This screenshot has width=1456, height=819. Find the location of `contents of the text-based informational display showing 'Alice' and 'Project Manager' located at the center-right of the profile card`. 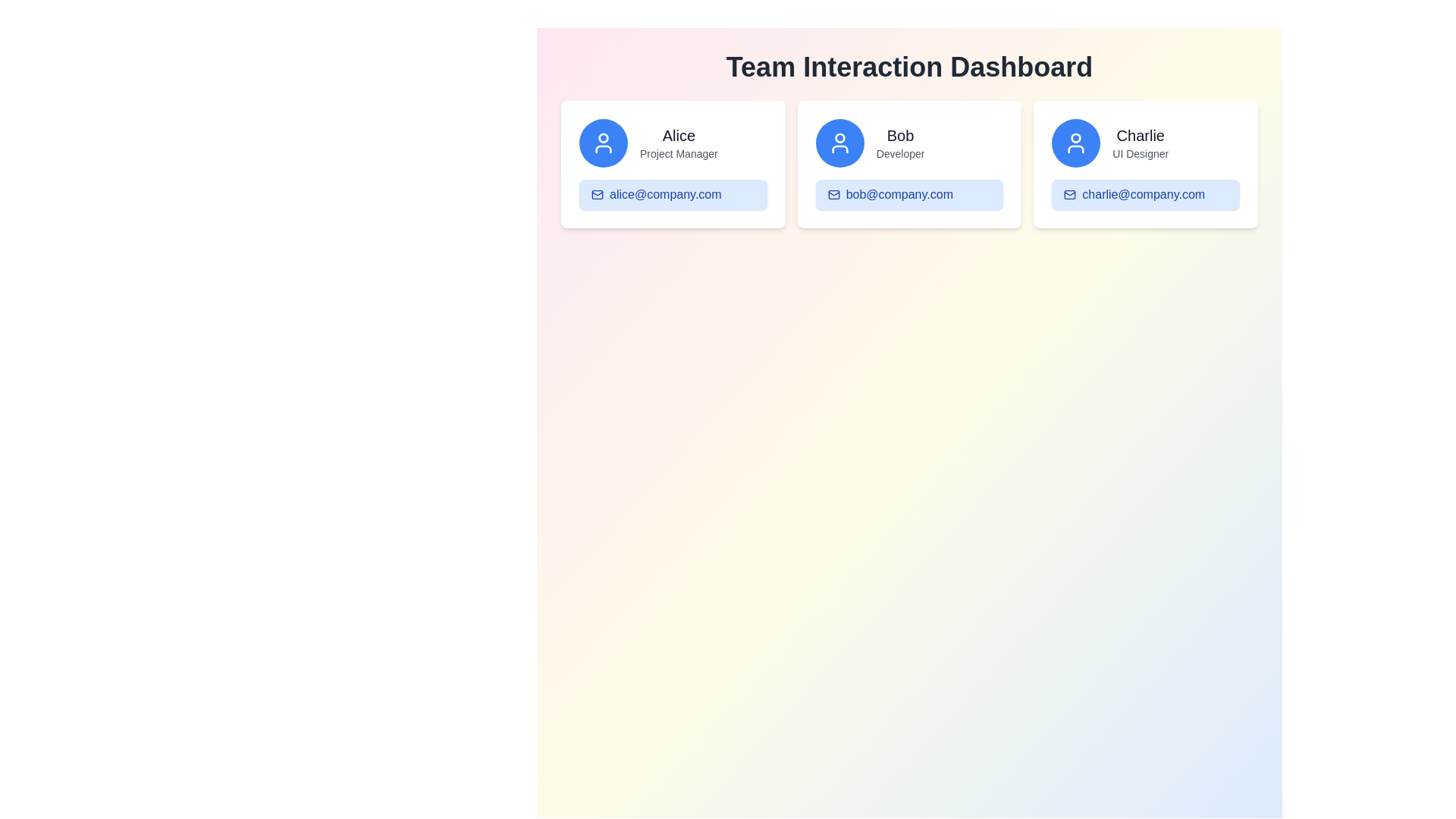

contents of the text-based informational display showing 'Alice' and 'Project Manager' located at the center-right of the profile card is located at coordinates (678, 143).